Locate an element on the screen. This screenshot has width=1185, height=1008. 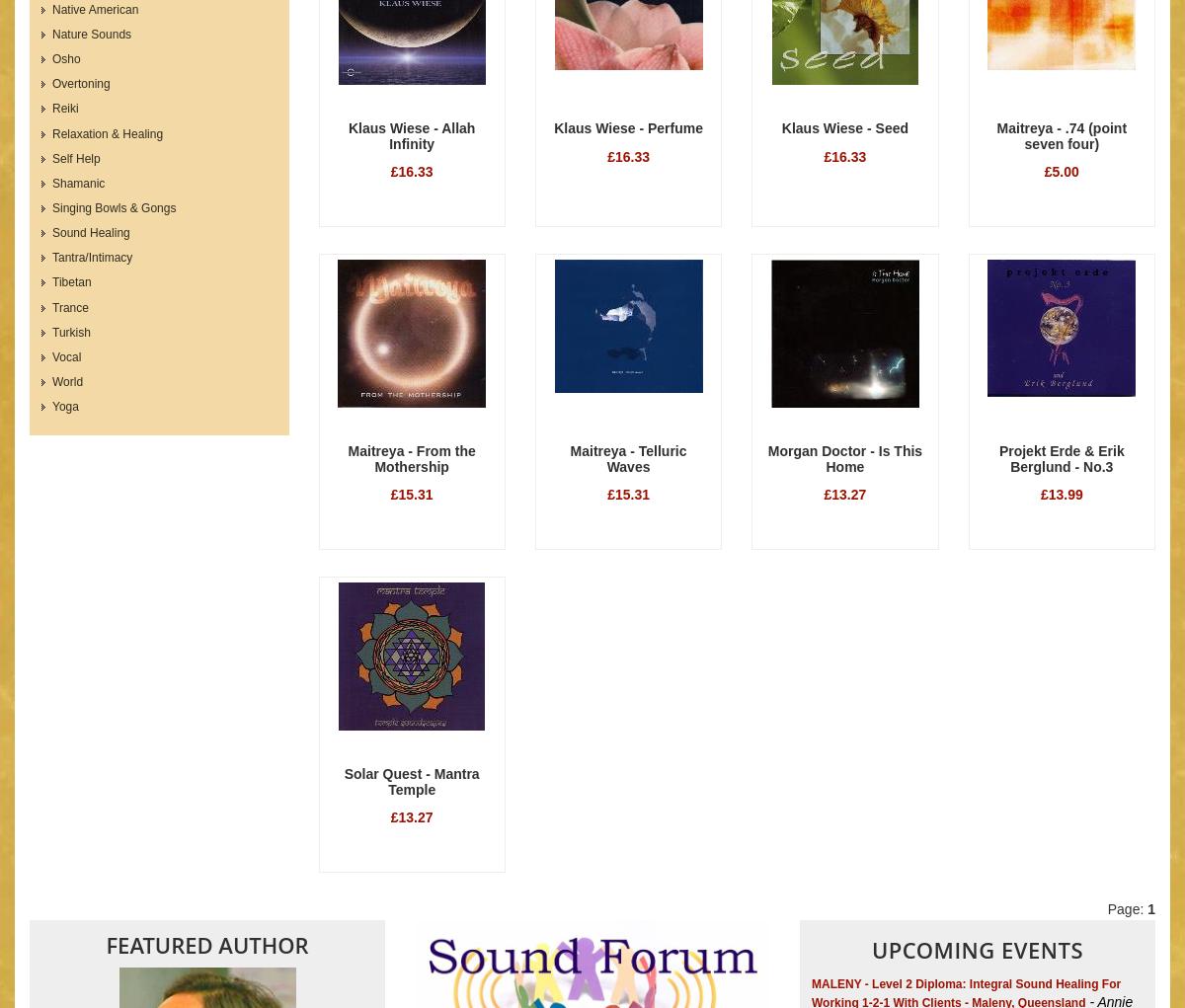
'Sound Healing' is located at coordinates (91, 232).